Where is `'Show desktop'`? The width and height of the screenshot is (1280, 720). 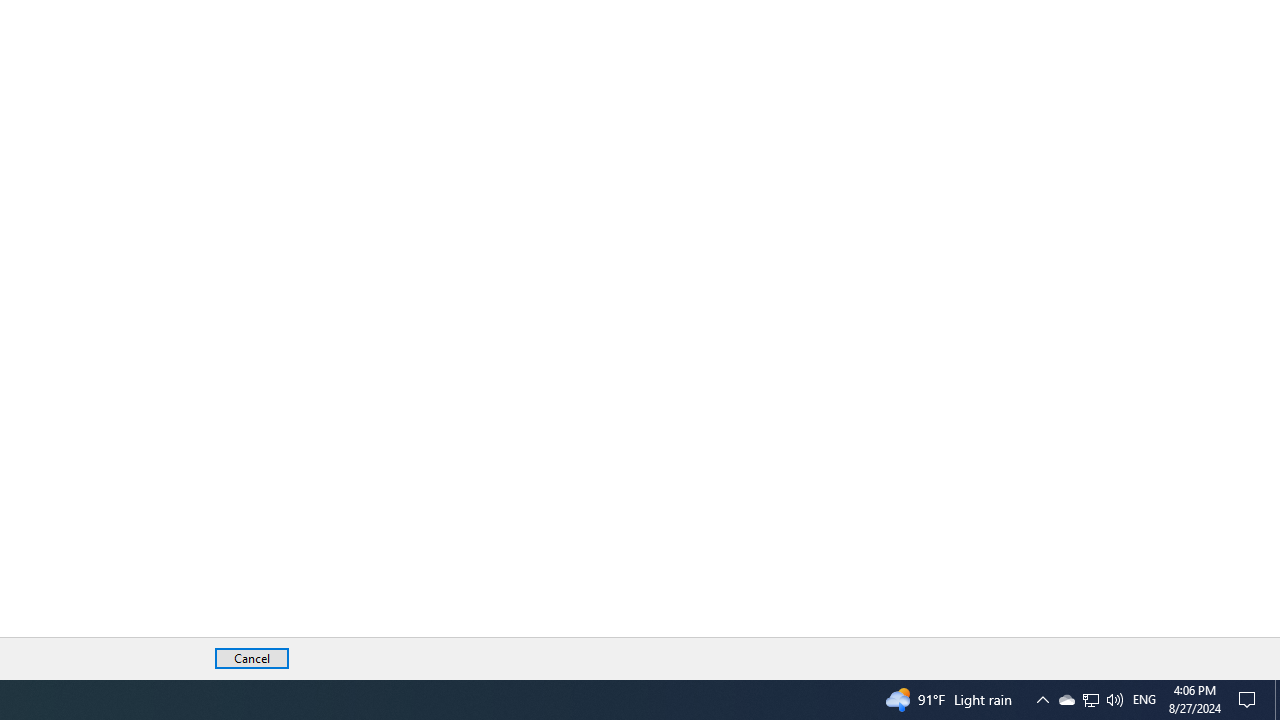
'Show desktop' is located at coordinates (1276, 698).